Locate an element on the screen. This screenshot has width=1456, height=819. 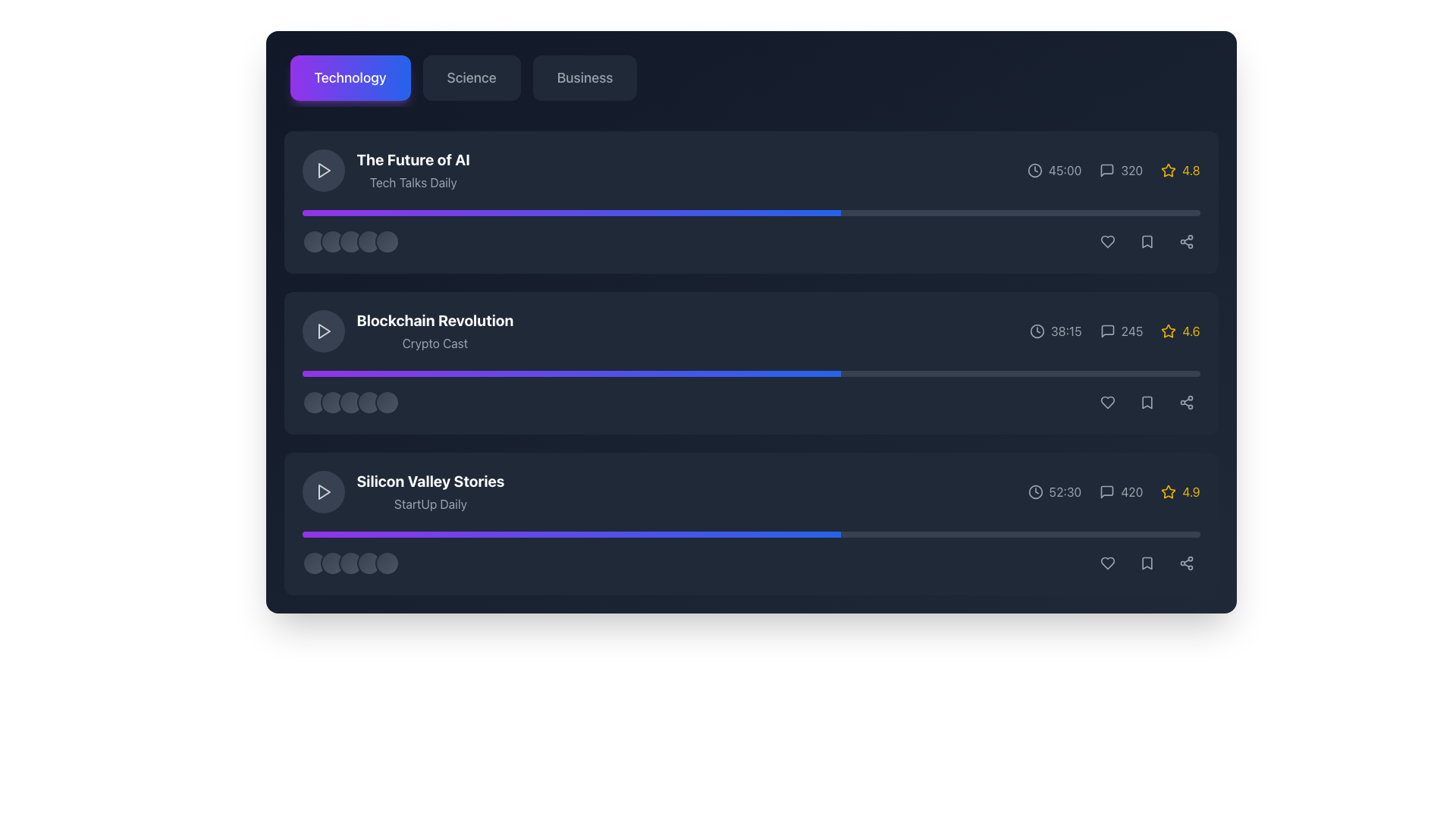
the circular outline within the clock icon is located at coordinates (1037, 330).